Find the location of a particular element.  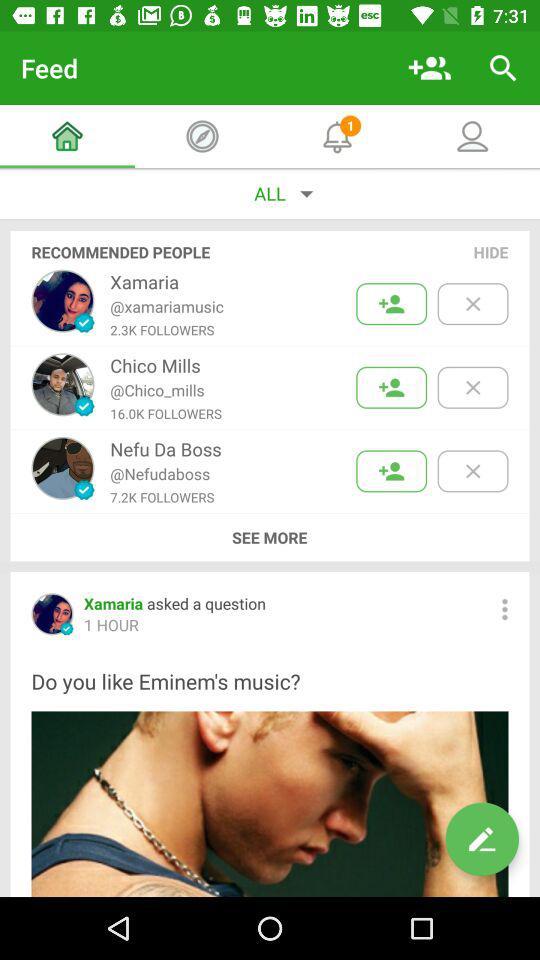

remove person from list is located at coordinates (472, 386).